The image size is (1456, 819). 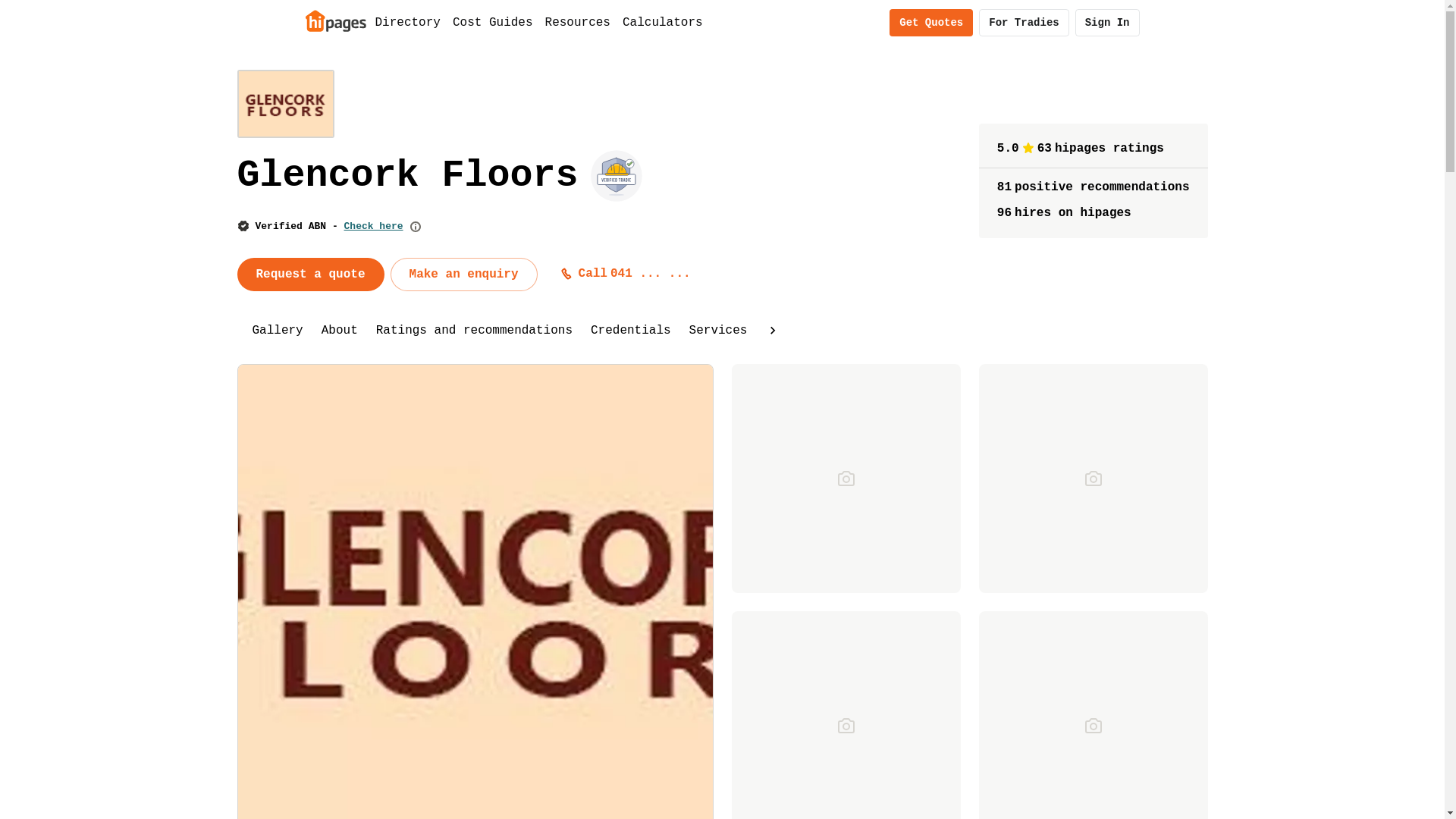 I want to click on 'Calculators', so click(x=662, y=23).